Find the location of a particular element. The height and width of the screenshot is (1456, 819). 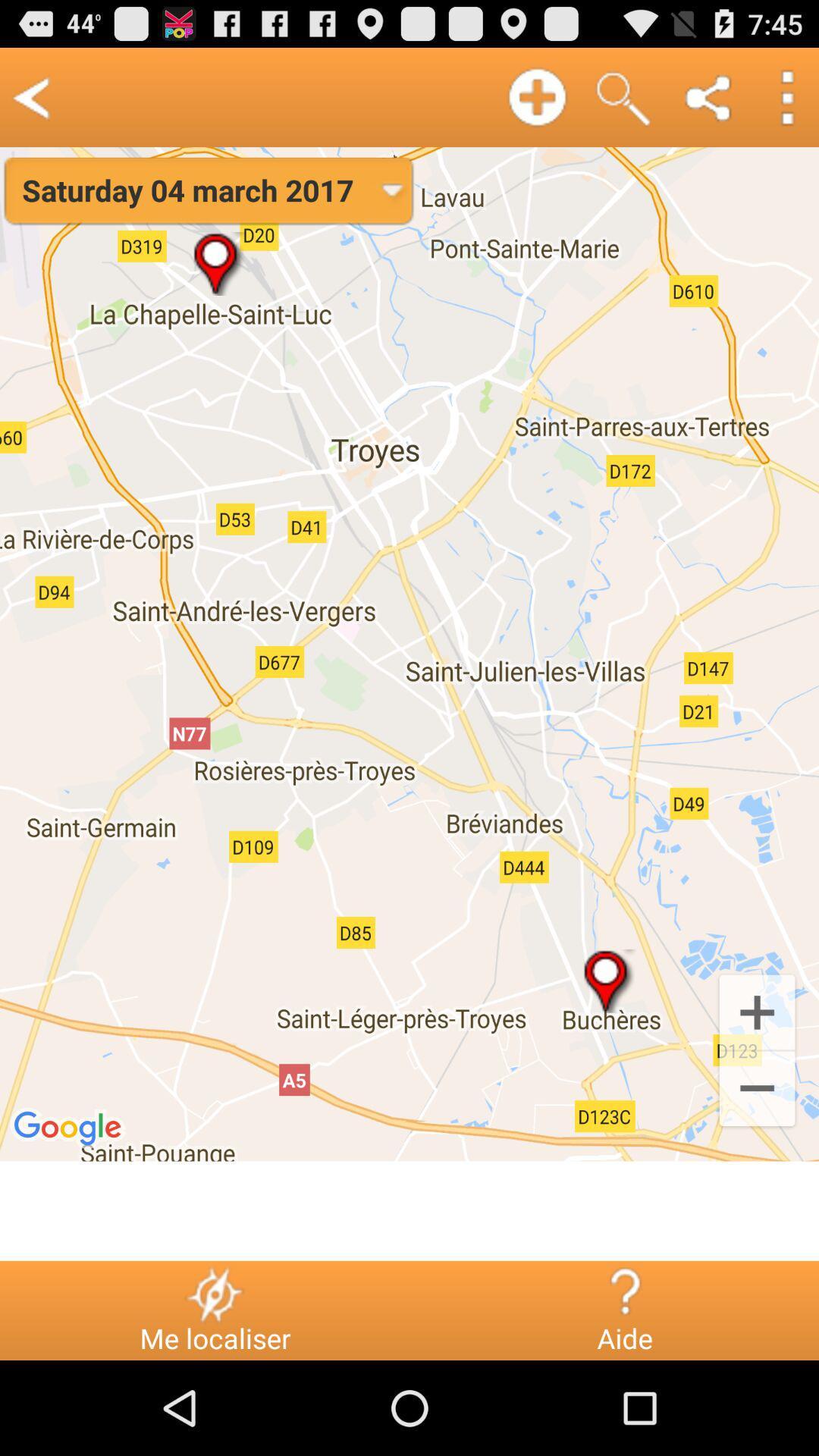

the more icon is located at coordinates (786, 103).